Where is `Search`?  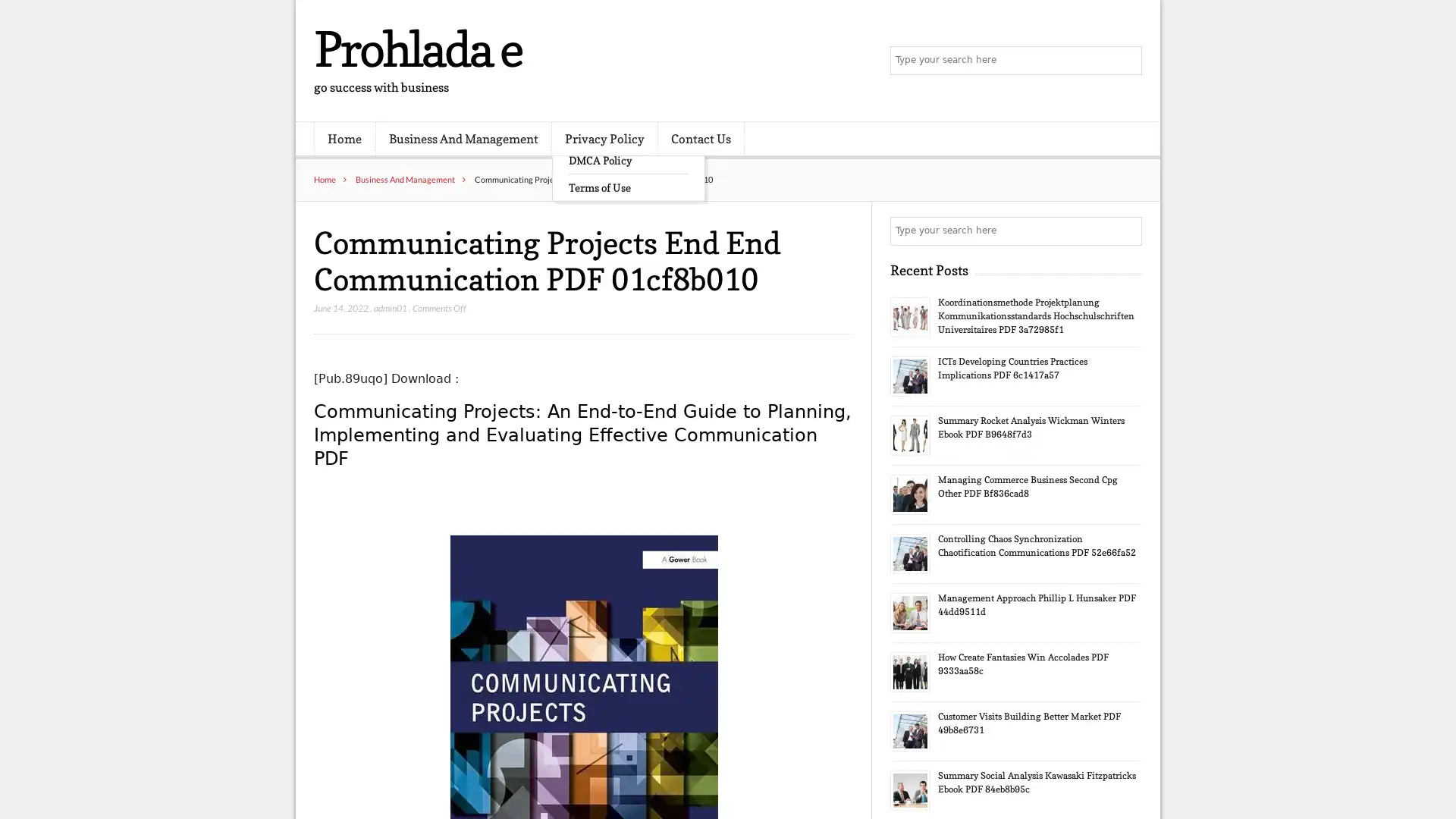 Search is located at coordinates (1126, 231).